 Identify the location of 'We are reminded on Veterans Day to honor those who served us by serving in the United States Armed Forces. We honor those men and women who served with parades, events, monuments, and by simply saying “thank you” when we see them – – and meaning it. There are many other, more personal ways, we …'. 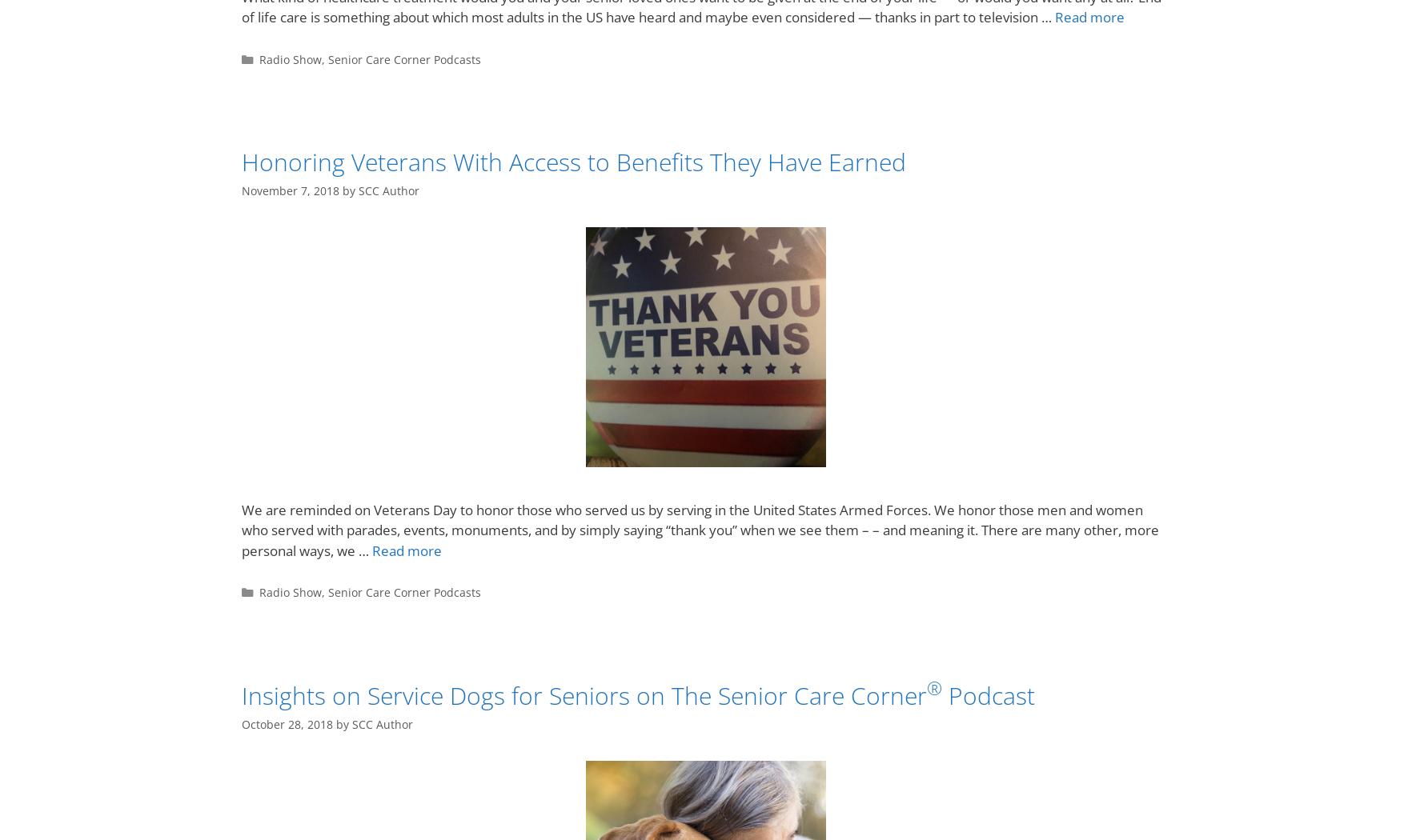
(700, 529).